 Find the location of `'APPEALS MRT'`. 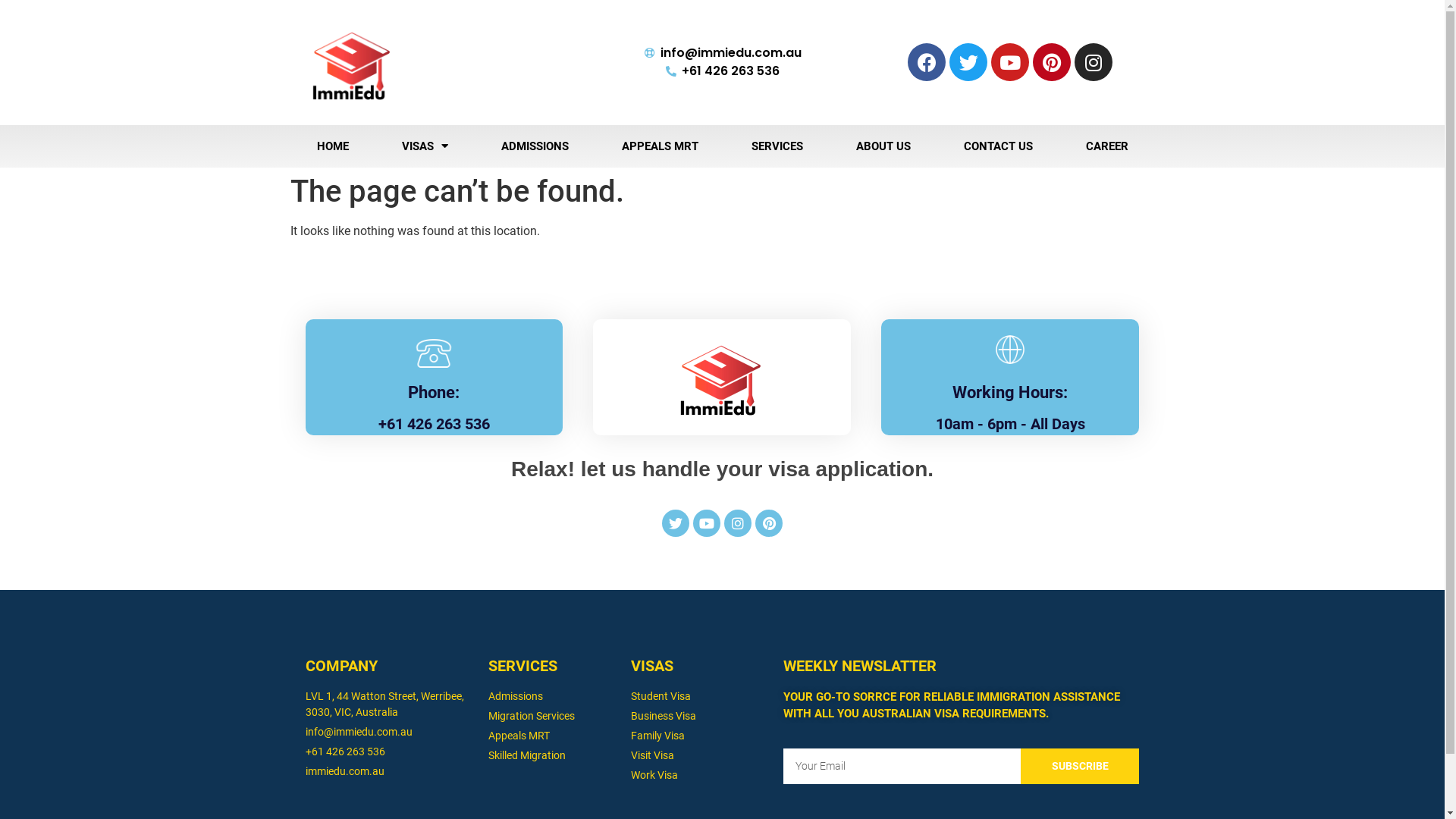

'APPEALS MRT' is located at coordinates (659, 146).